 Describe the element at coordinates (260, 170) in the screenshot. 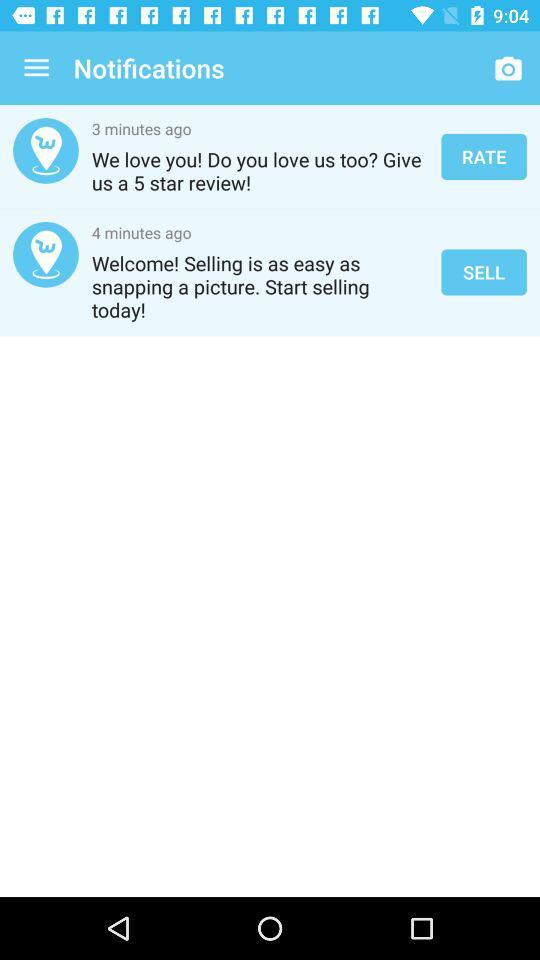

I see `icon above 4 minutes ago icon` at that location.